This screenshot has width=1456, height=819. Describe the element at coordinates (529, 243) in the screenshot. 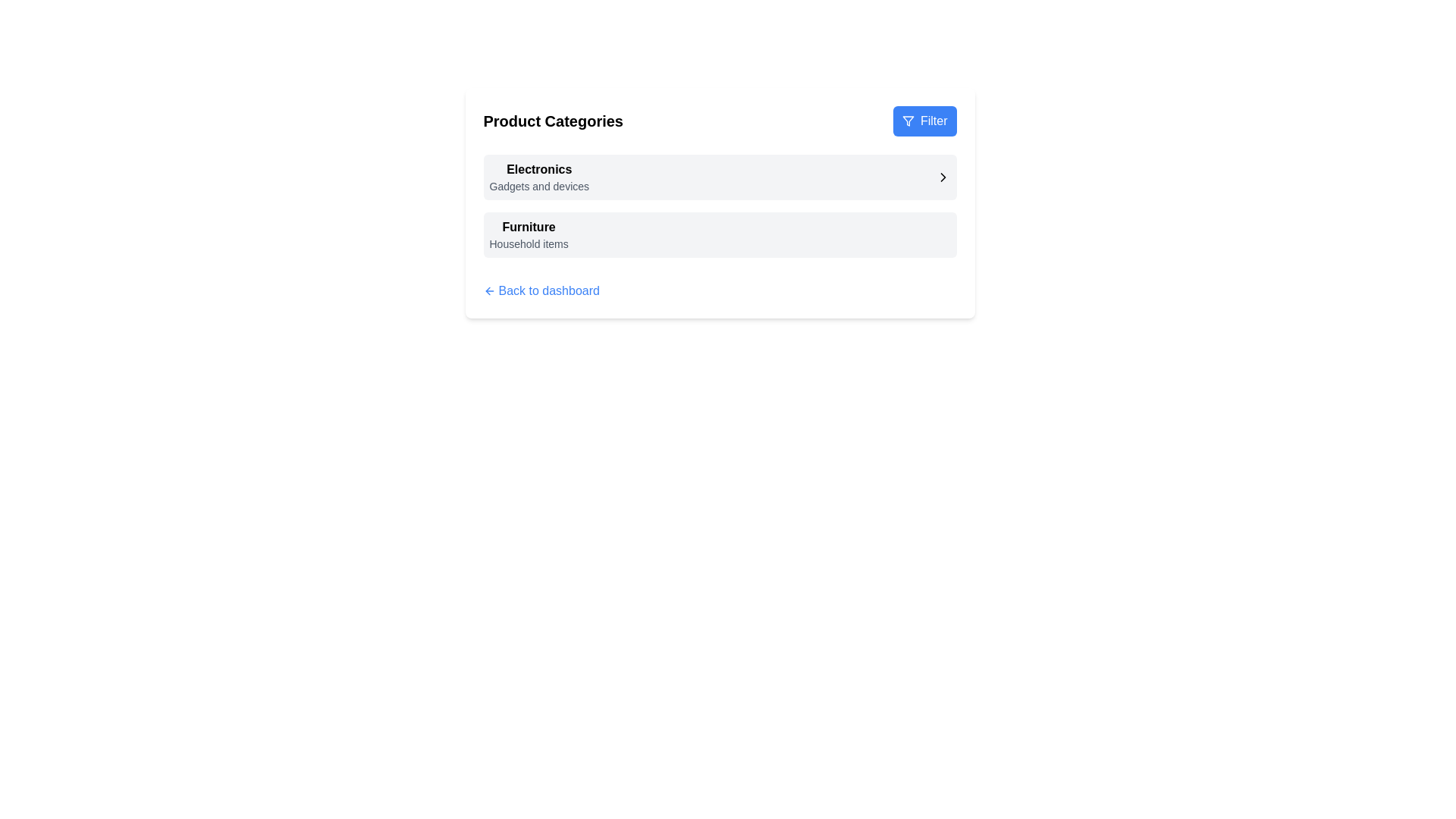

I see `text label displaying 'Household items' which is positioned beneath the 'Furniture' heading` at that location.